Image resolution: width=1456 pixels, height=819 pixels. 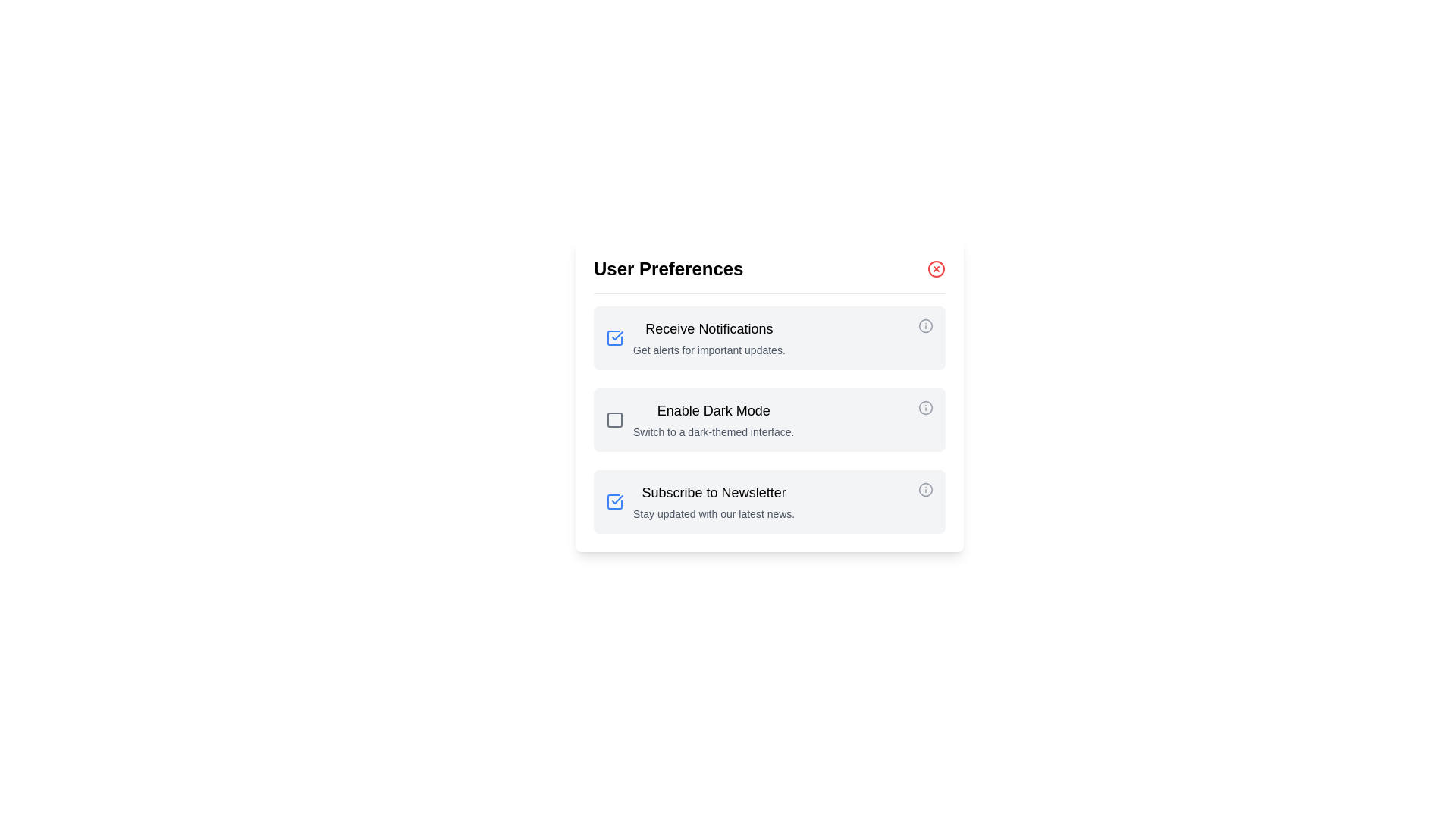 I want to click on the blue checkbox with a check mark inside, which is positioned to the left of the text 'Receive Notifications', so click(x=619, y=337).